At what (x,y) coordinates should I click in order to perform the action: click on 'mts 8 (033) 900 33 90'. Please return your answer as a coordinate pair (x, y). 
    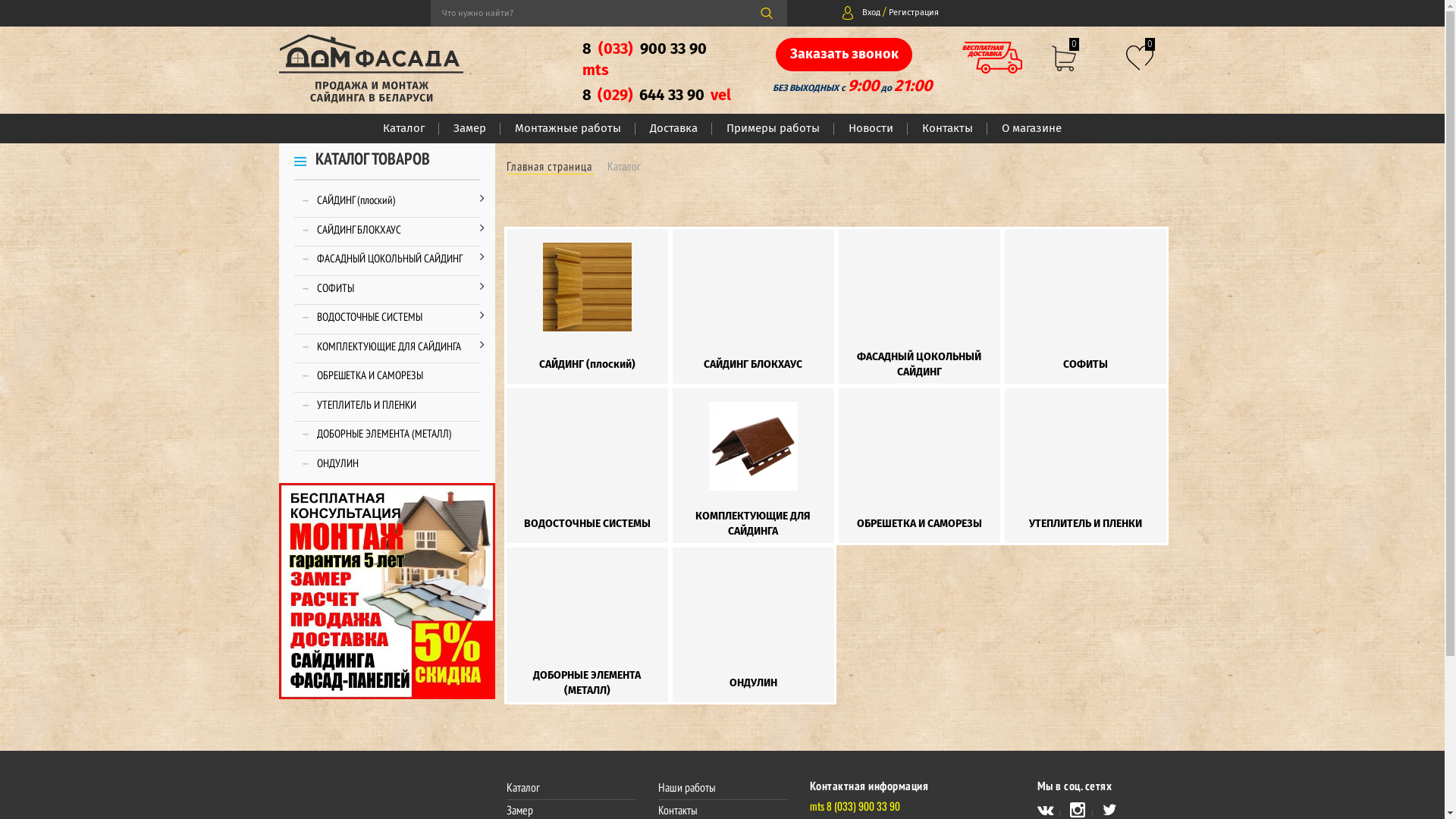
    Looking at the image, I should click on (855, 805).